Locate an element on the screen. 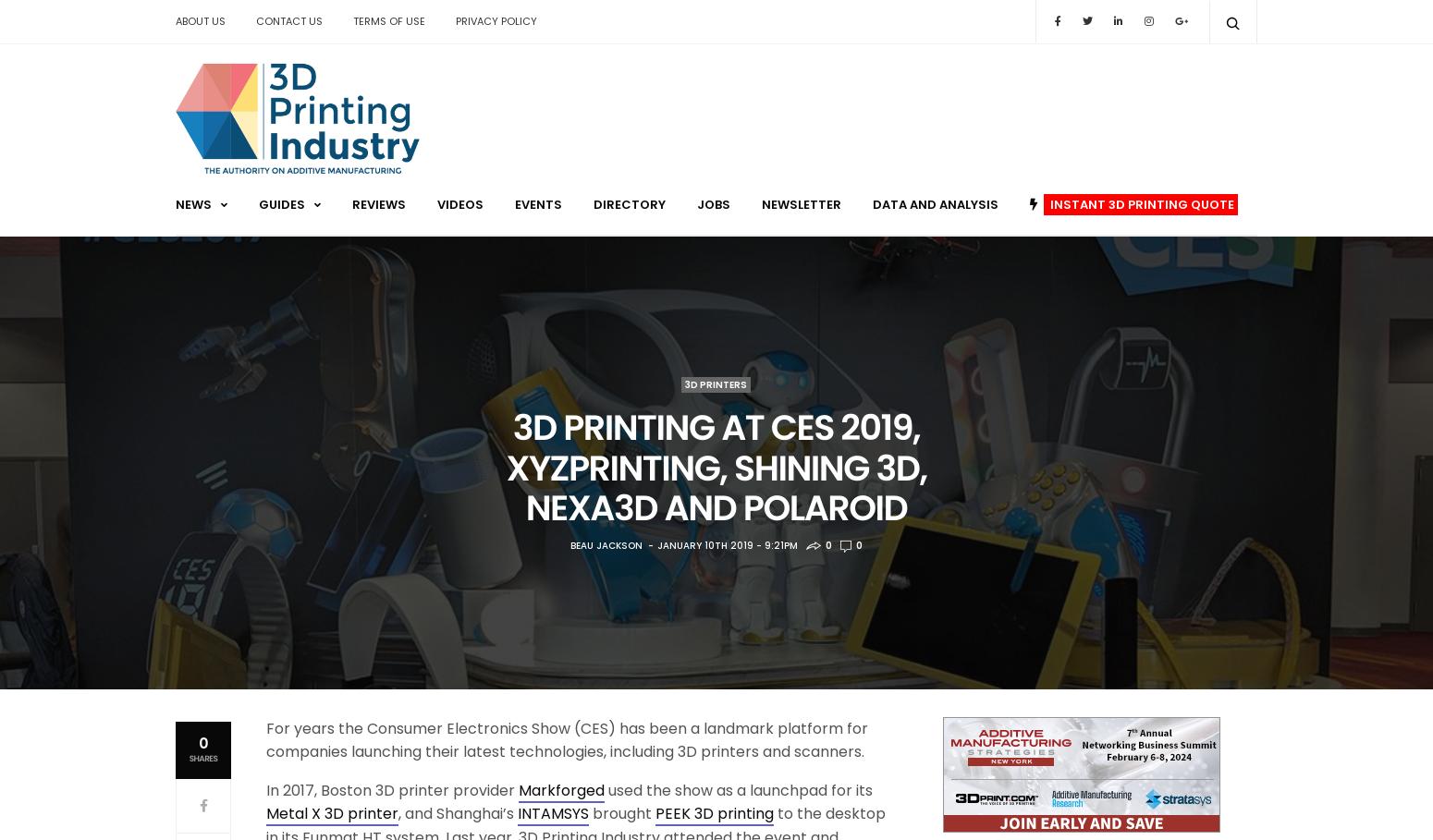  'Shares' is located at coordinates (202, 759).